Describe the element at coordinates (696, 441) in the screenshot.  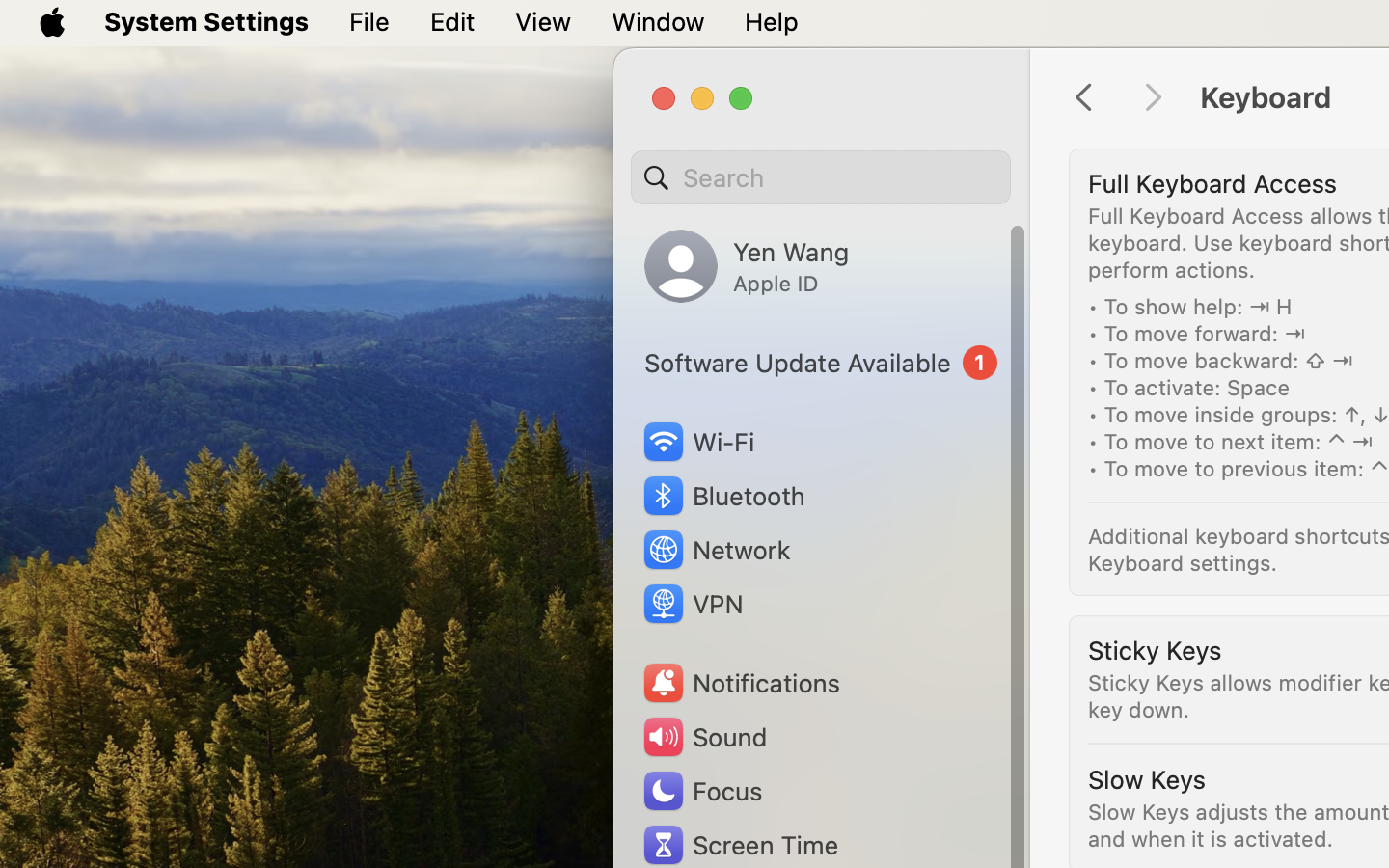
I see `'Wi‑Fi'` at that location.